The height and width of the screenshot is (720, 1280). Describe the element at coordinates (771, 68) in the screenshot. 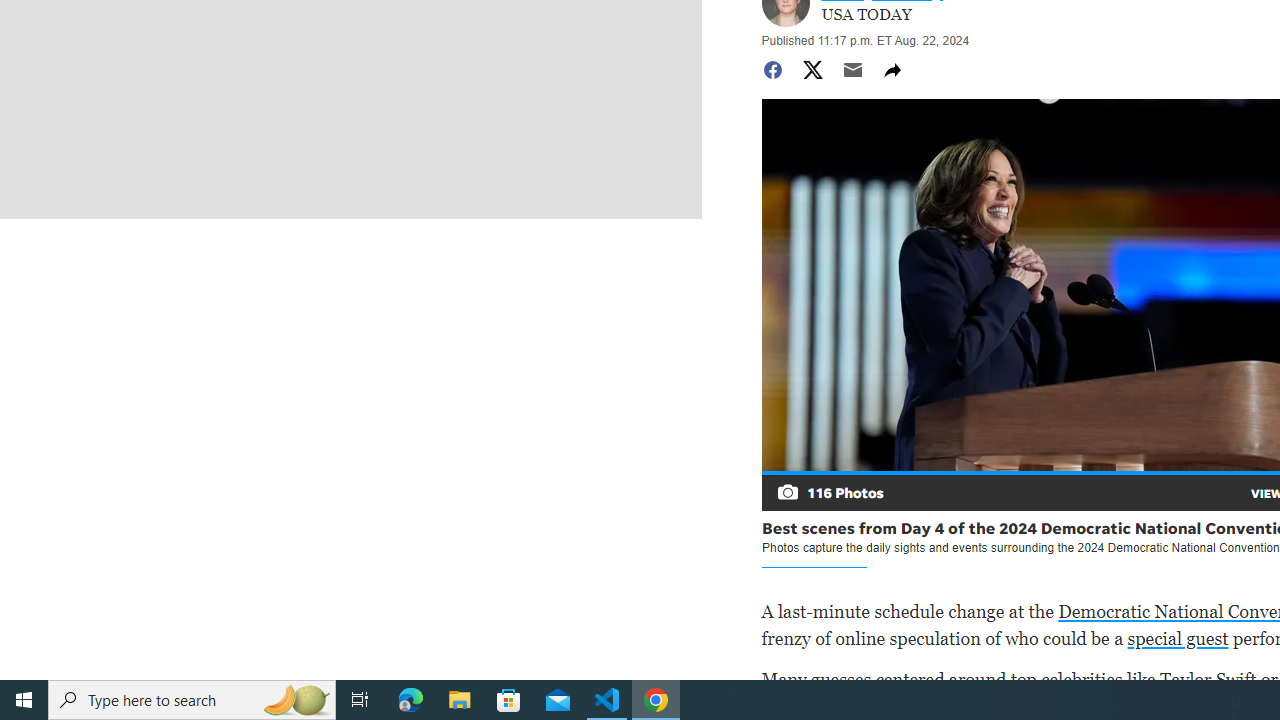

I see `'Share to Facebook'` at that location.